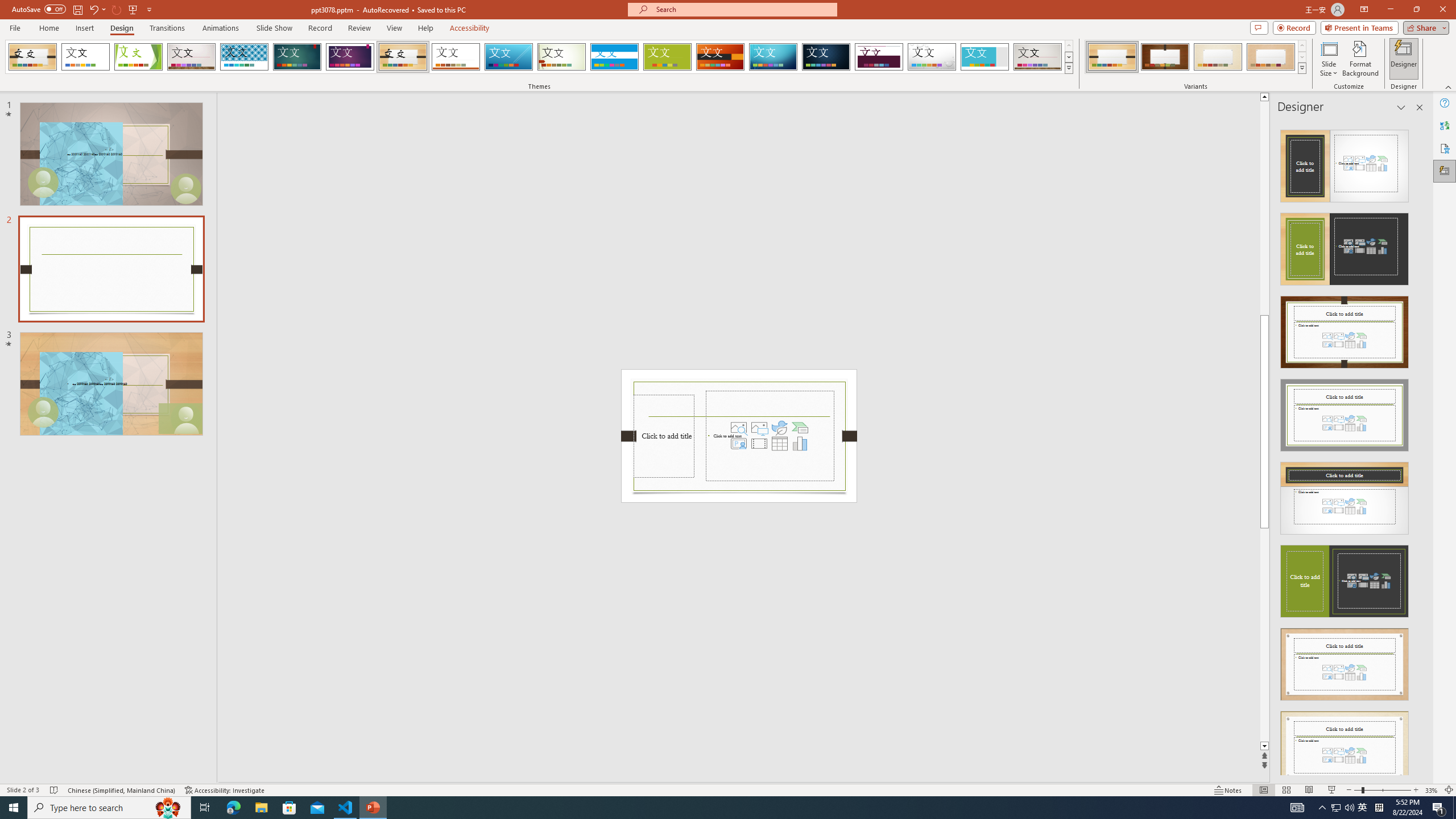  I want to click on 'Circuit', so click(772, 56).